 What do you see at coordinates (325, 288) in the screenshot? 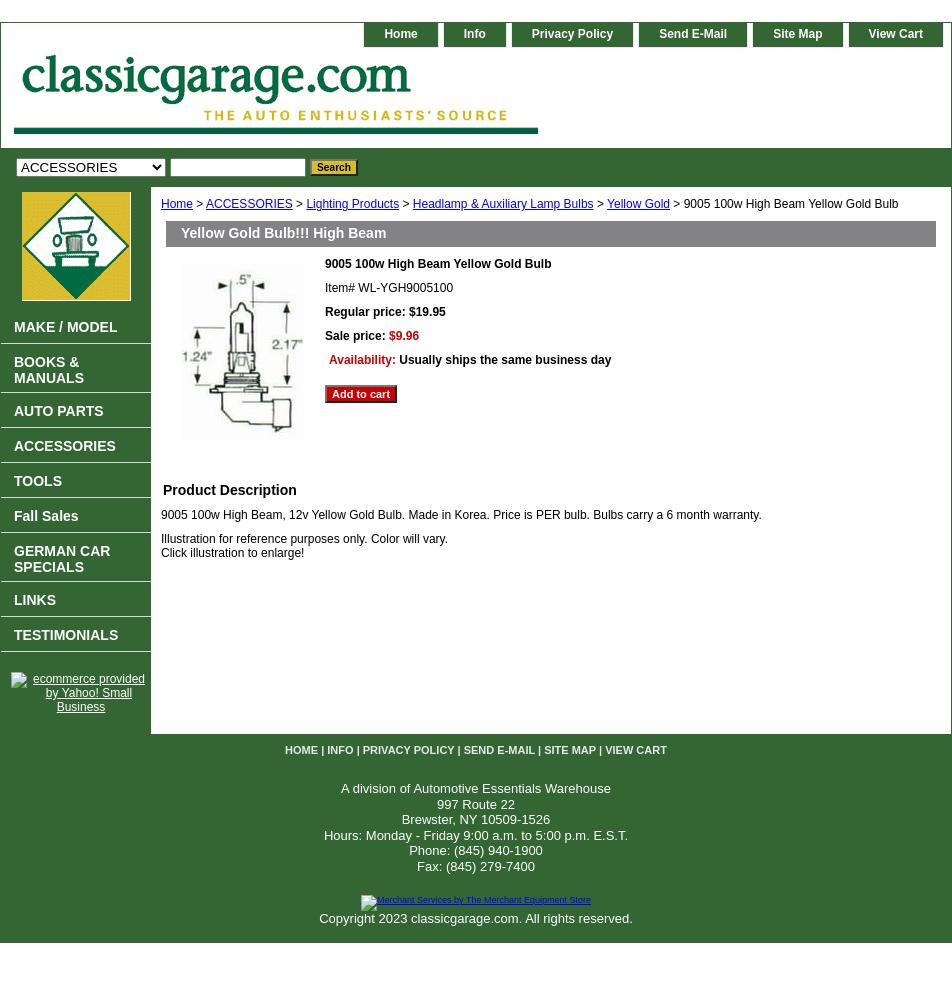
I see `'Item#'` at bounding box center [325, 288].